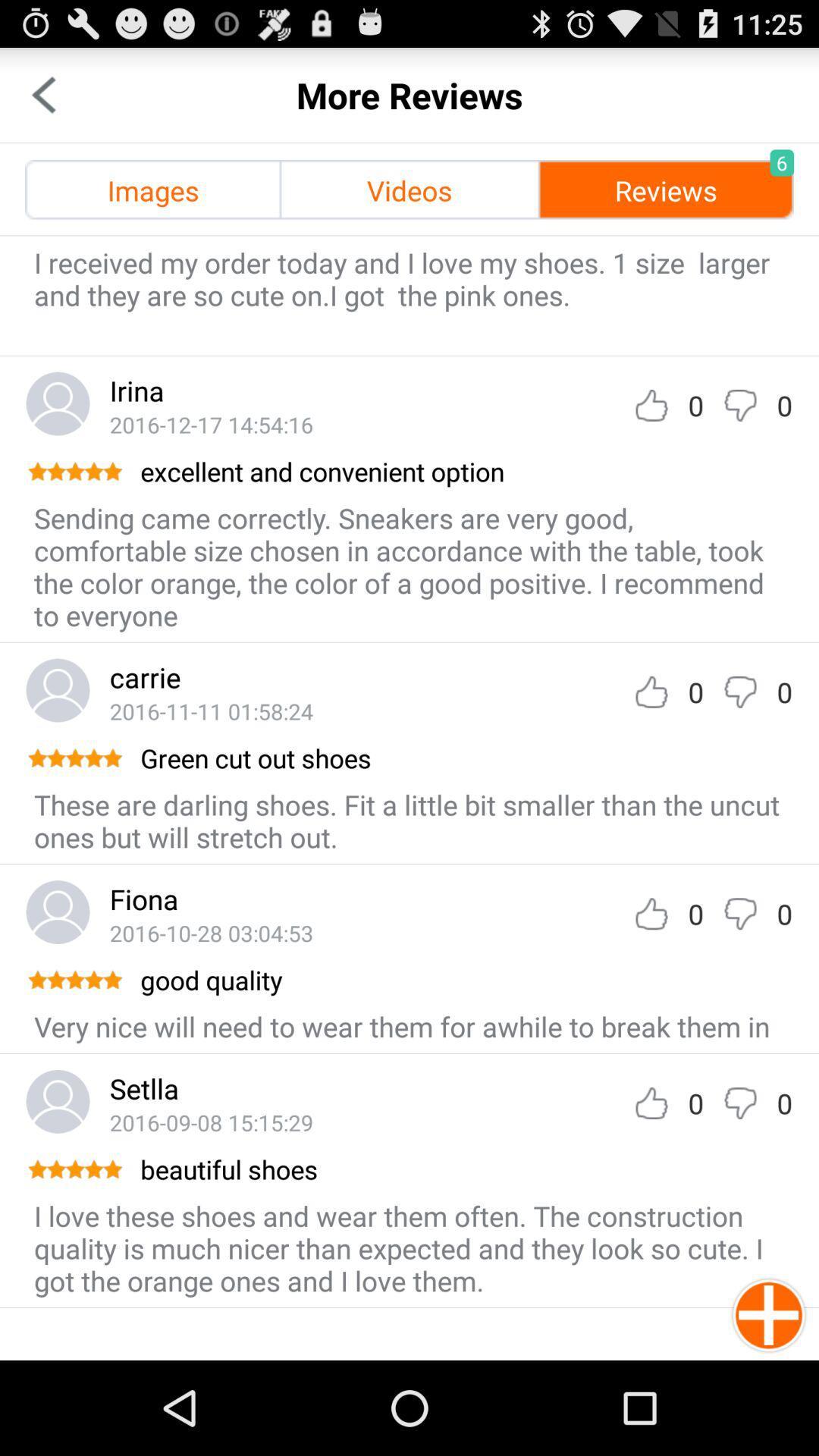 Image resolution: width=819 pixels, height=1456 pixels. What do you see at coordinates (144, 899) in the screenshot?
I see `the fiona icon` at bounding box center [144, 899].